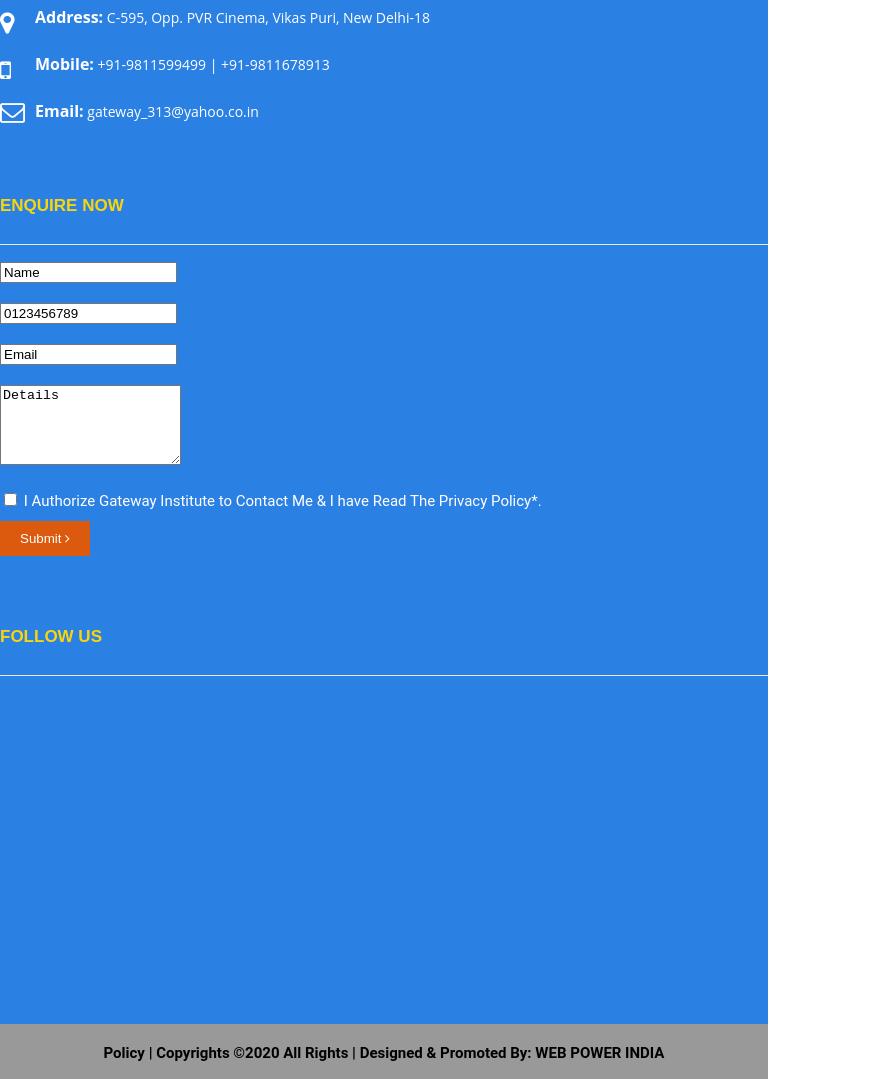  What do you see at coordinates (33, 111) in the screenshot?
I see `'Email:'` at bounding box center [33, 111].